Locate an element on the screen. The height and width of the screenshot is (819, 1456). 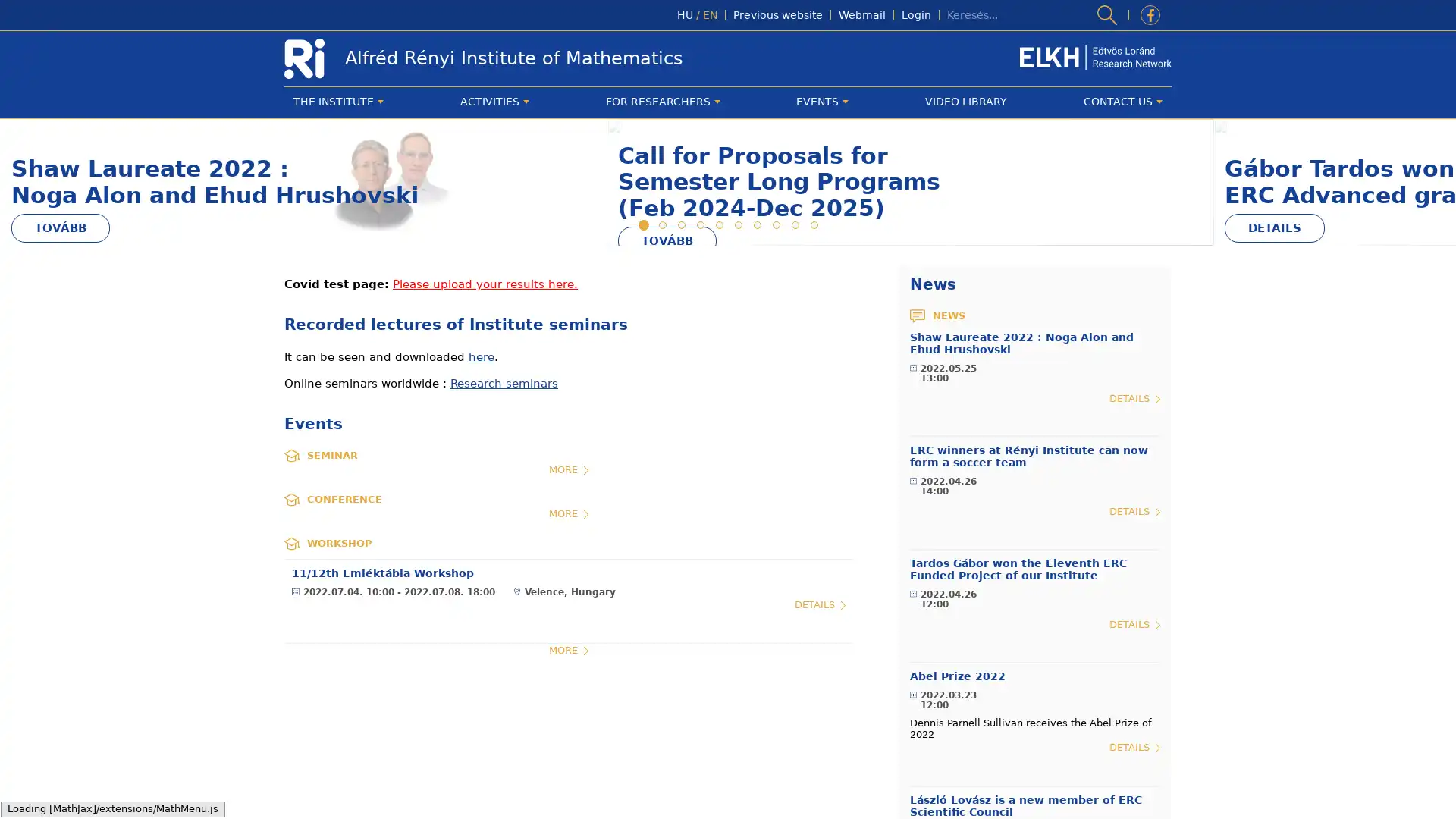
5 is located at coordinates (717, 400).